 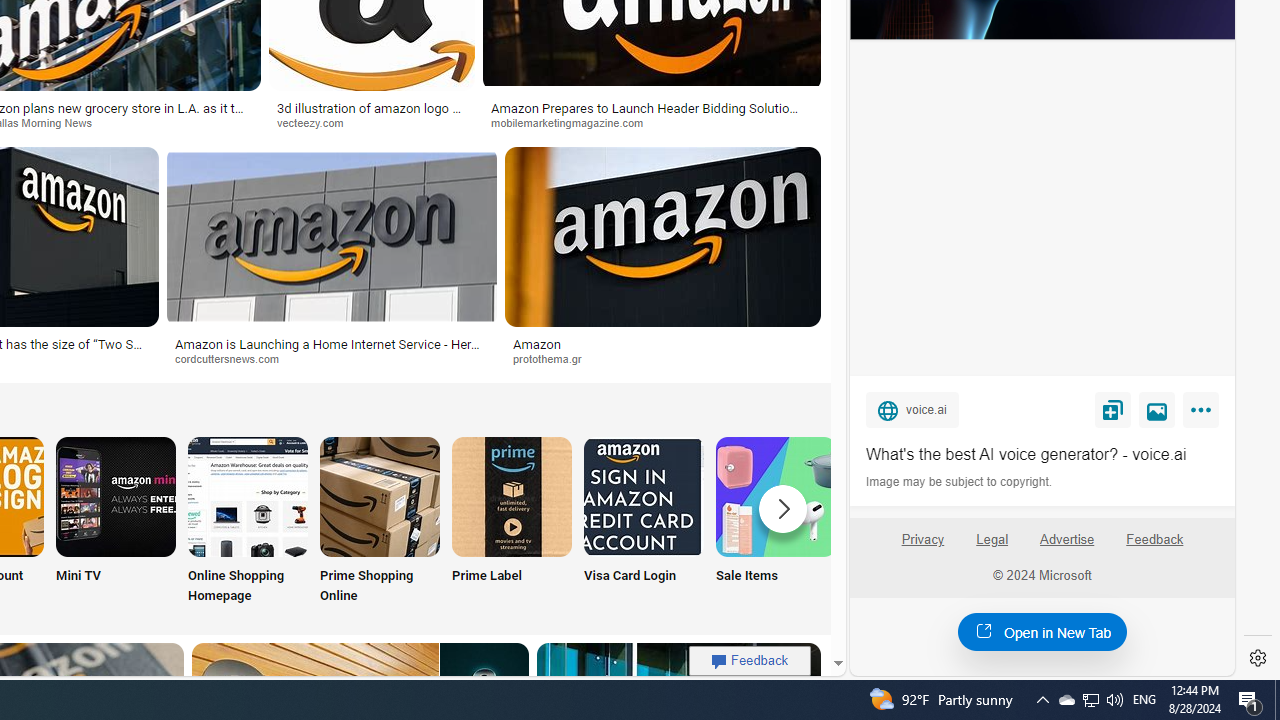 What do you see at coordinates (1065, 538) in the screenshot?
I see `'Advertise'` at bounding box center [1065, 538].